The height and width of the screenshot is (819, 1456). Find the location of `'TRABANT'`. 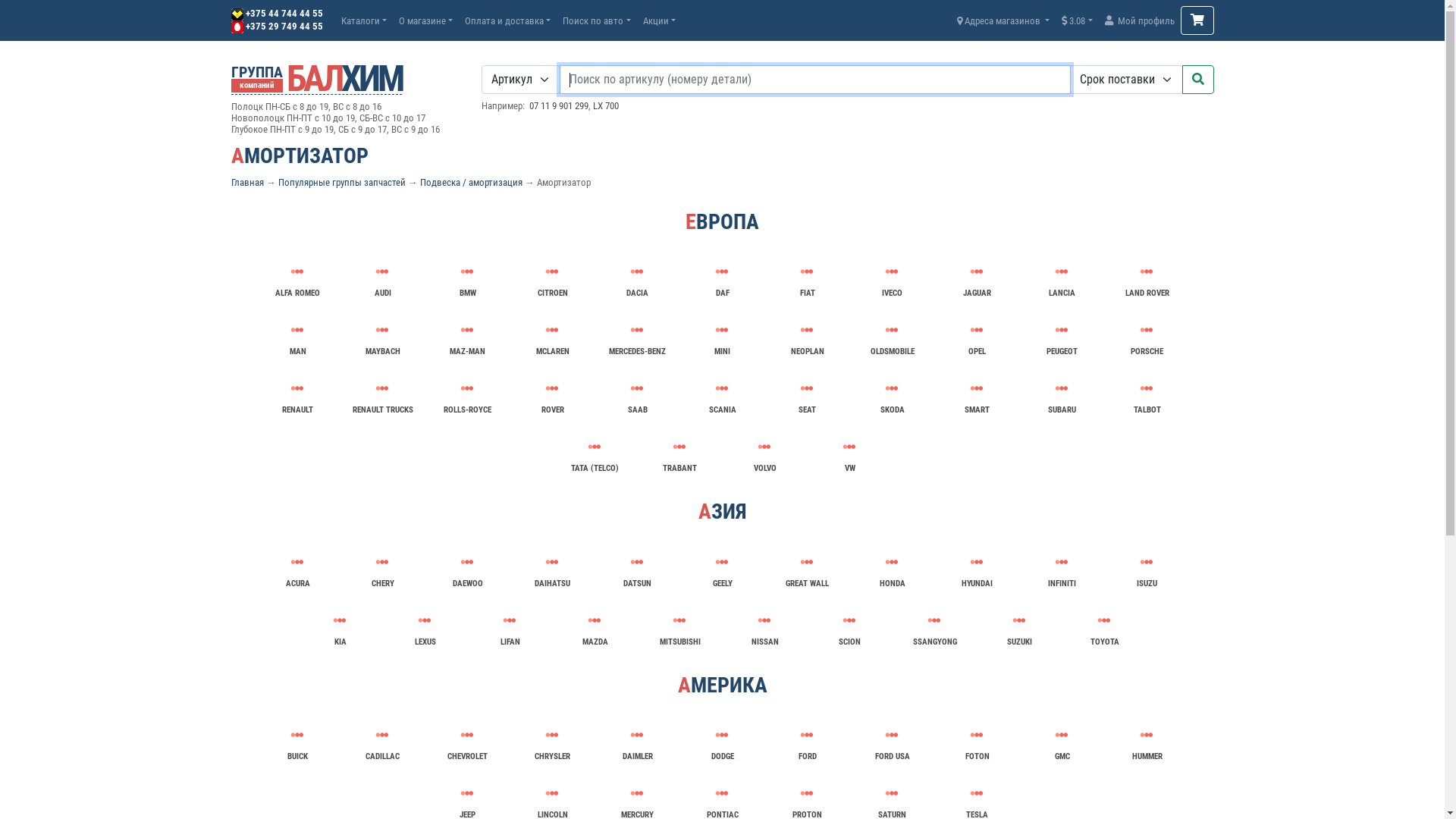

'TRABANT' is located at coordinates (640, 451).